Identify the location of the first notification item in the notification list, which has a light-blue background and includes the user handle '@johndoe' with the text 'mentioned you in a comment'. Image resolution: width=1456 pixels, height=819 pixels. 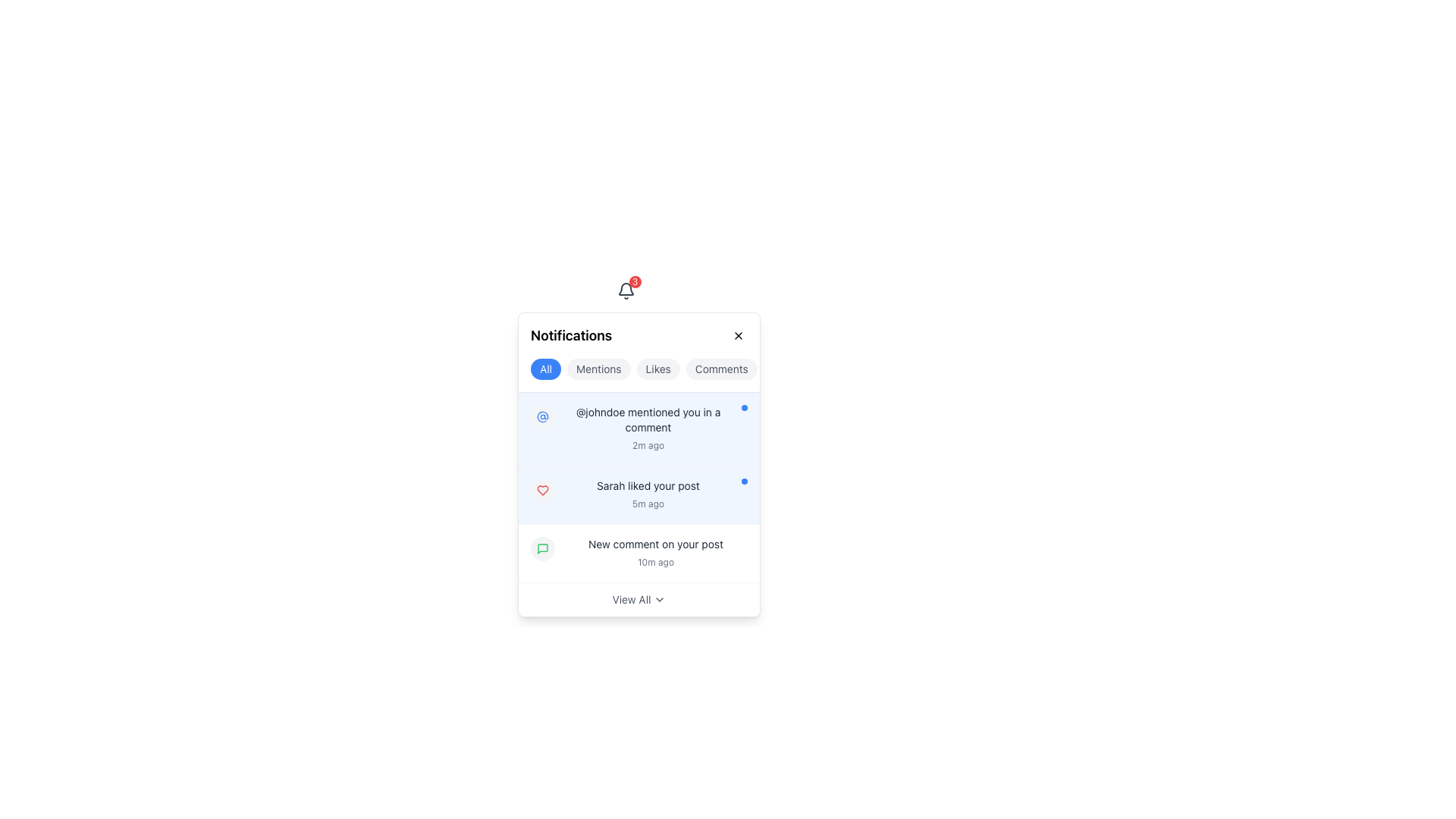
(639, 429).